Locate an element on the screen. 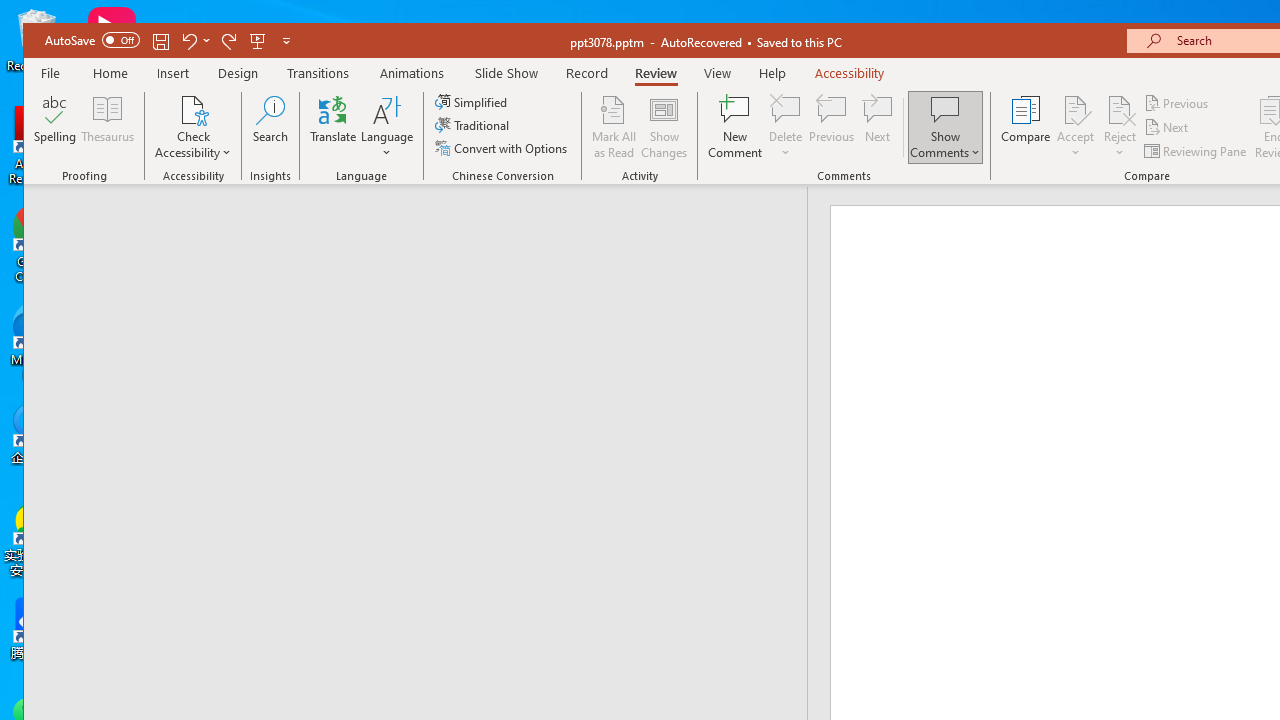 This screenshot has width=1280, height=720. 'Reviewing Pane' is located at coordinates (1196, 150).